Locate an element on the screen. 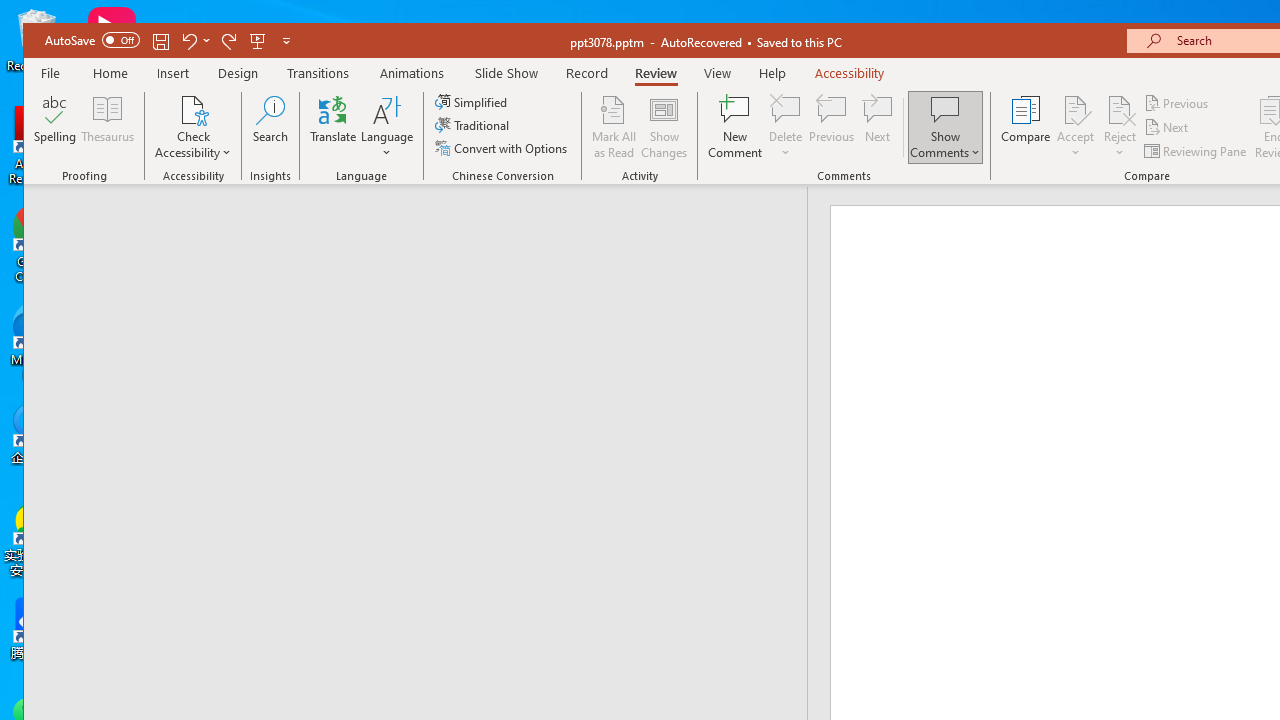 This screenshot has width=1280, height=720. 'Reviewing Pane' is located at coordinates (1196, 150).